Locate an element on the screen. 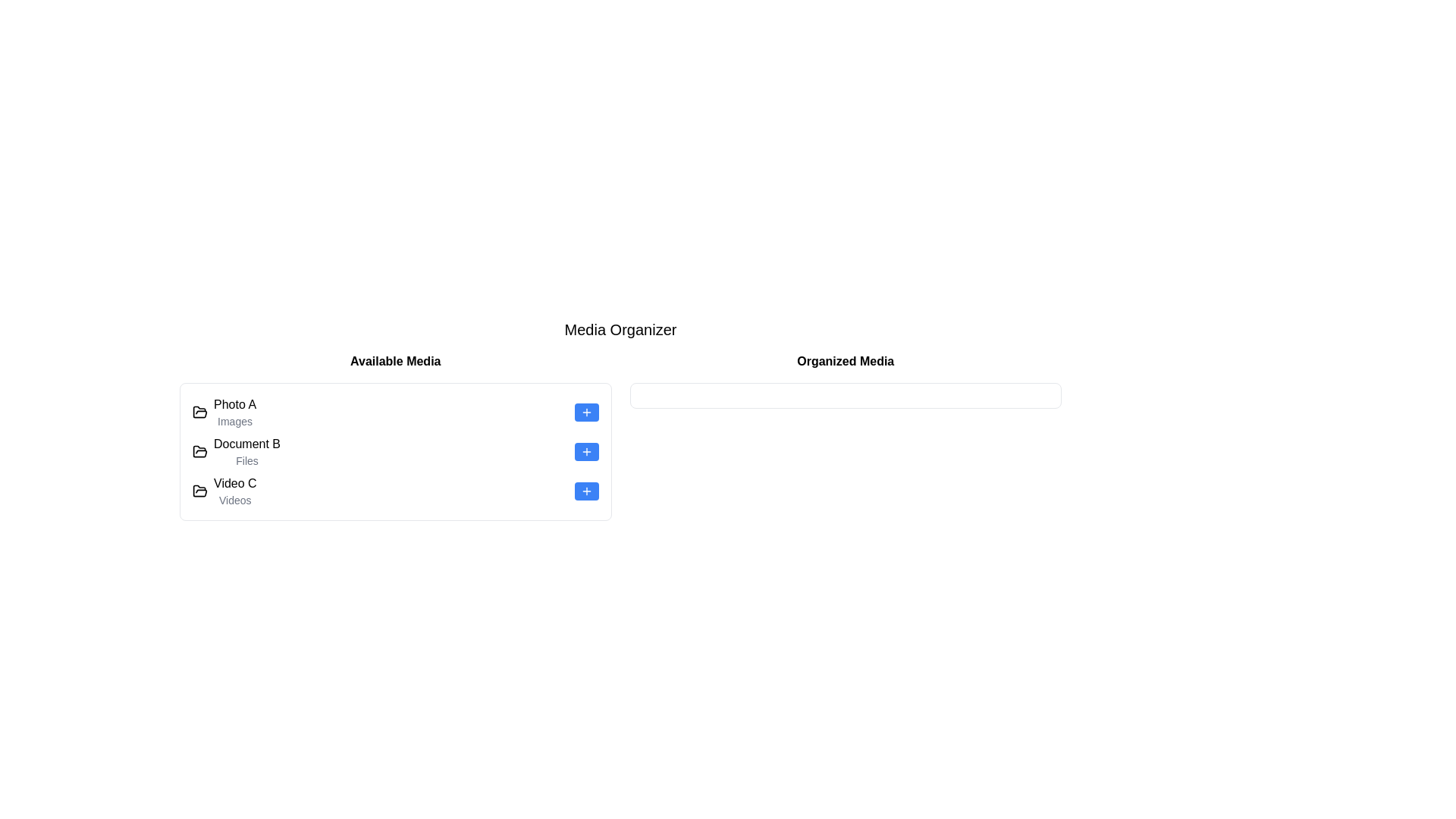 The height and width of the screenshot is (819, 1456). the Text Label indicating that the 'Video C' folder contains videos, which is the second item under the 'Available Media' section is located at coordinates (234, 500).